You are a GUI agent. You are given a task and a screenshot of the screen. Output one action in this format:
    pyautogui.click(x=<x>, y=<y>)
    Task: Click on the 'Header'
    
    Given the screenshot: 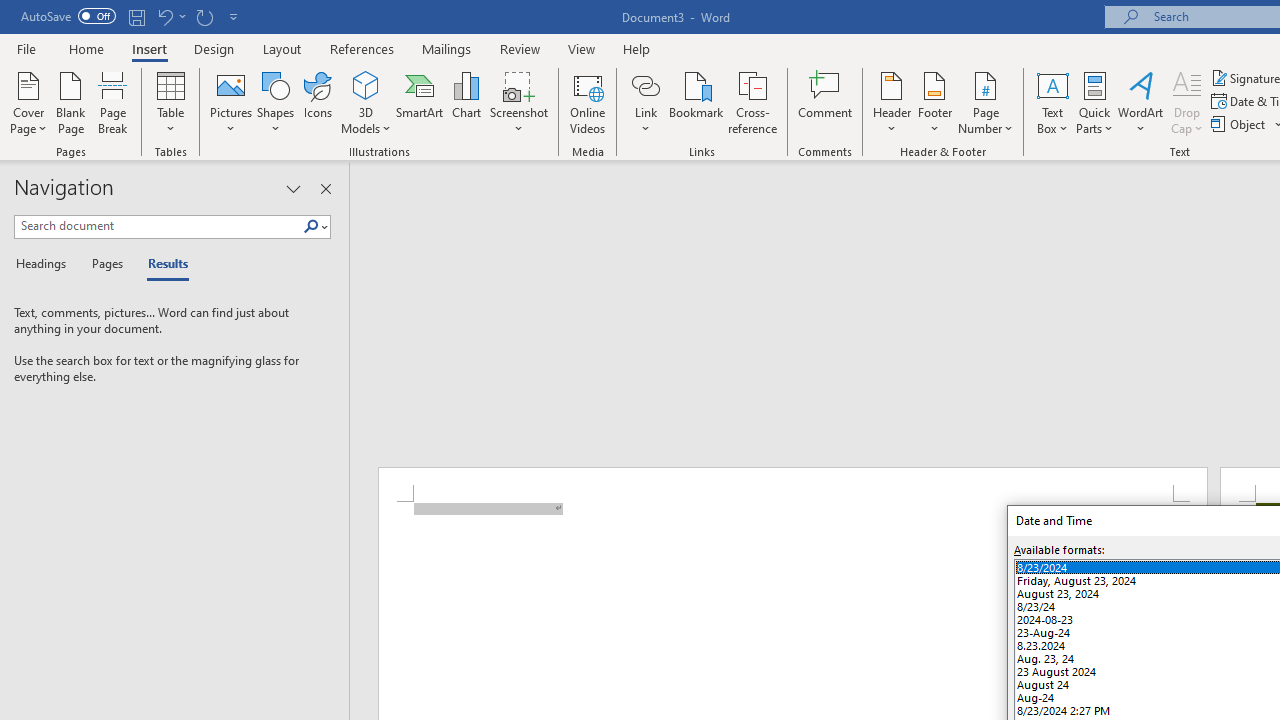 What is the action you would take?
    pyautogui.click(x=891, y=103)
    